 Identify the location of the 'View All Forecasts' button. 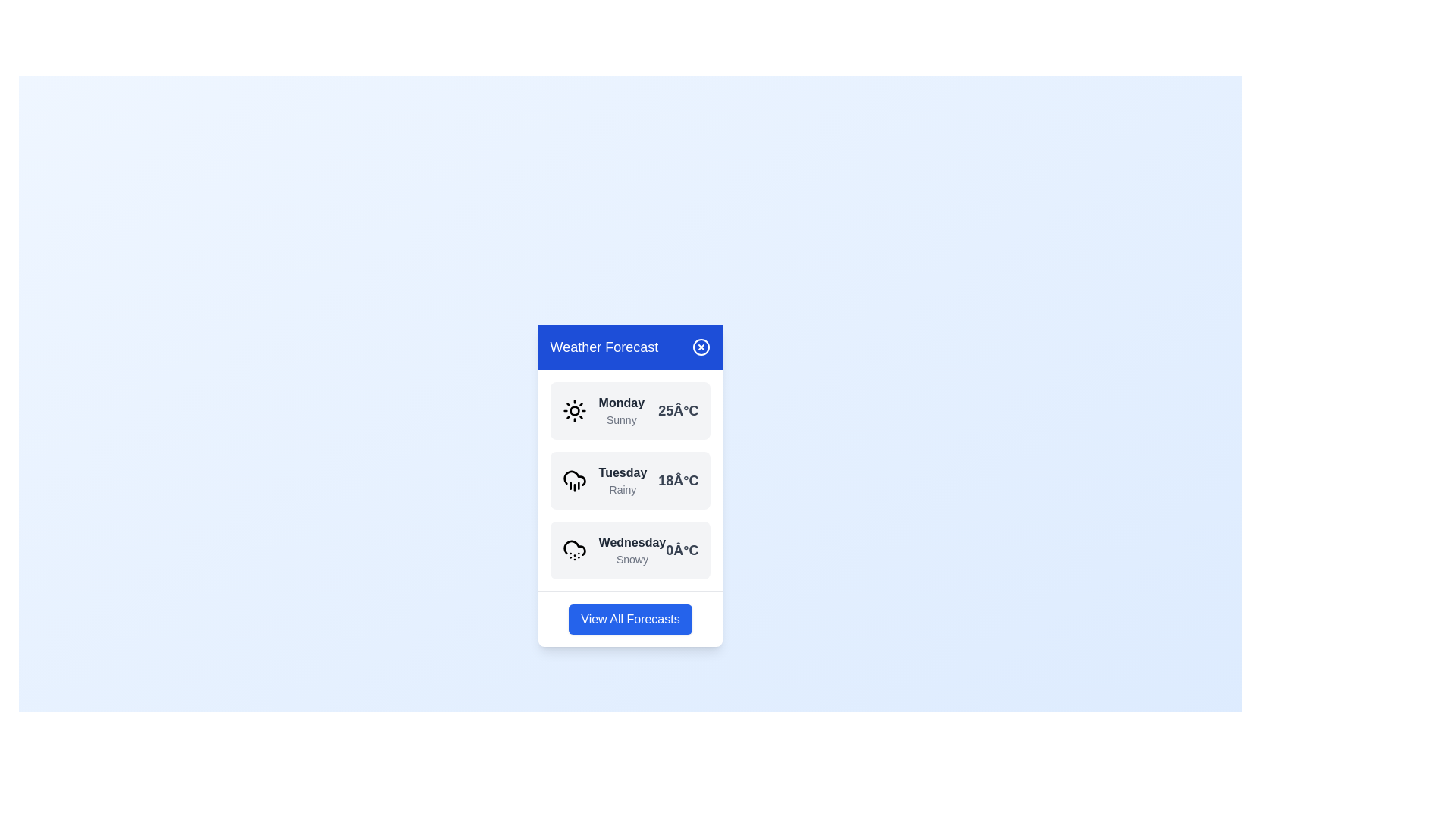
(629, 619).